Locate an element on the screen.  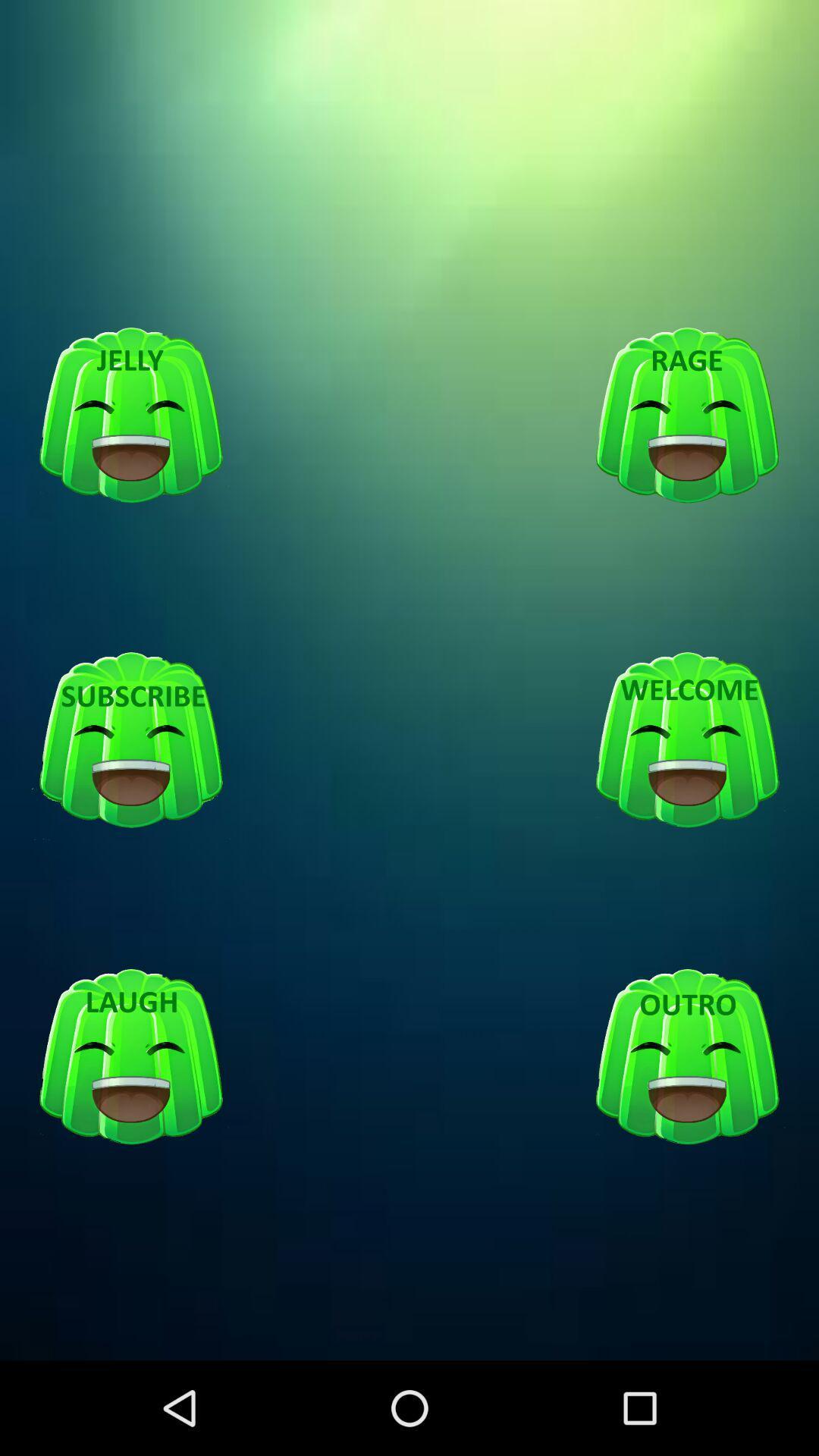
laugh is located at coordinates (130, 1057).